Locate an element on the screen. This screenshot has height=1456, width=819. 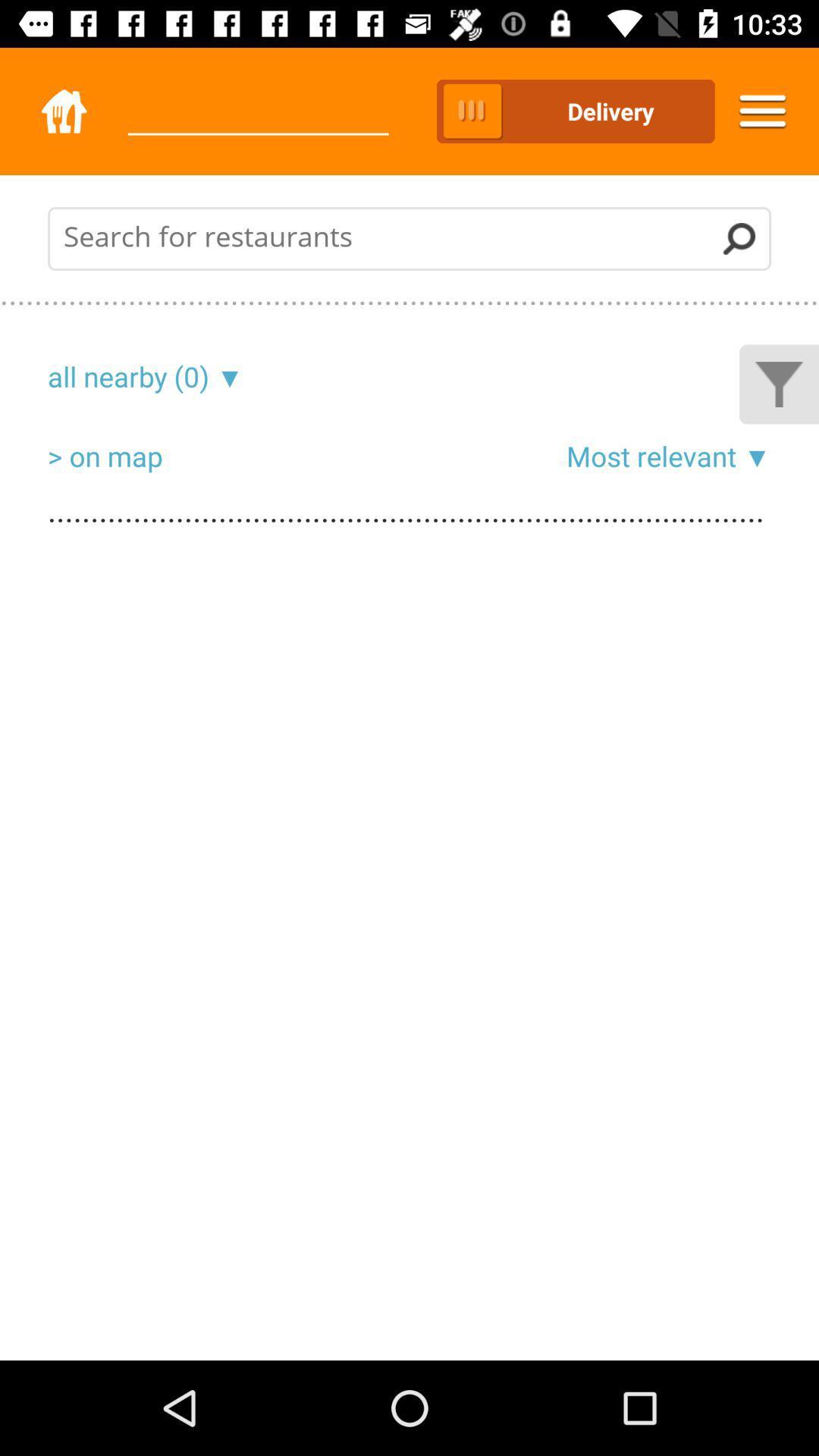
the item below the all nearby (0) item is located at coordinates (104, 455).